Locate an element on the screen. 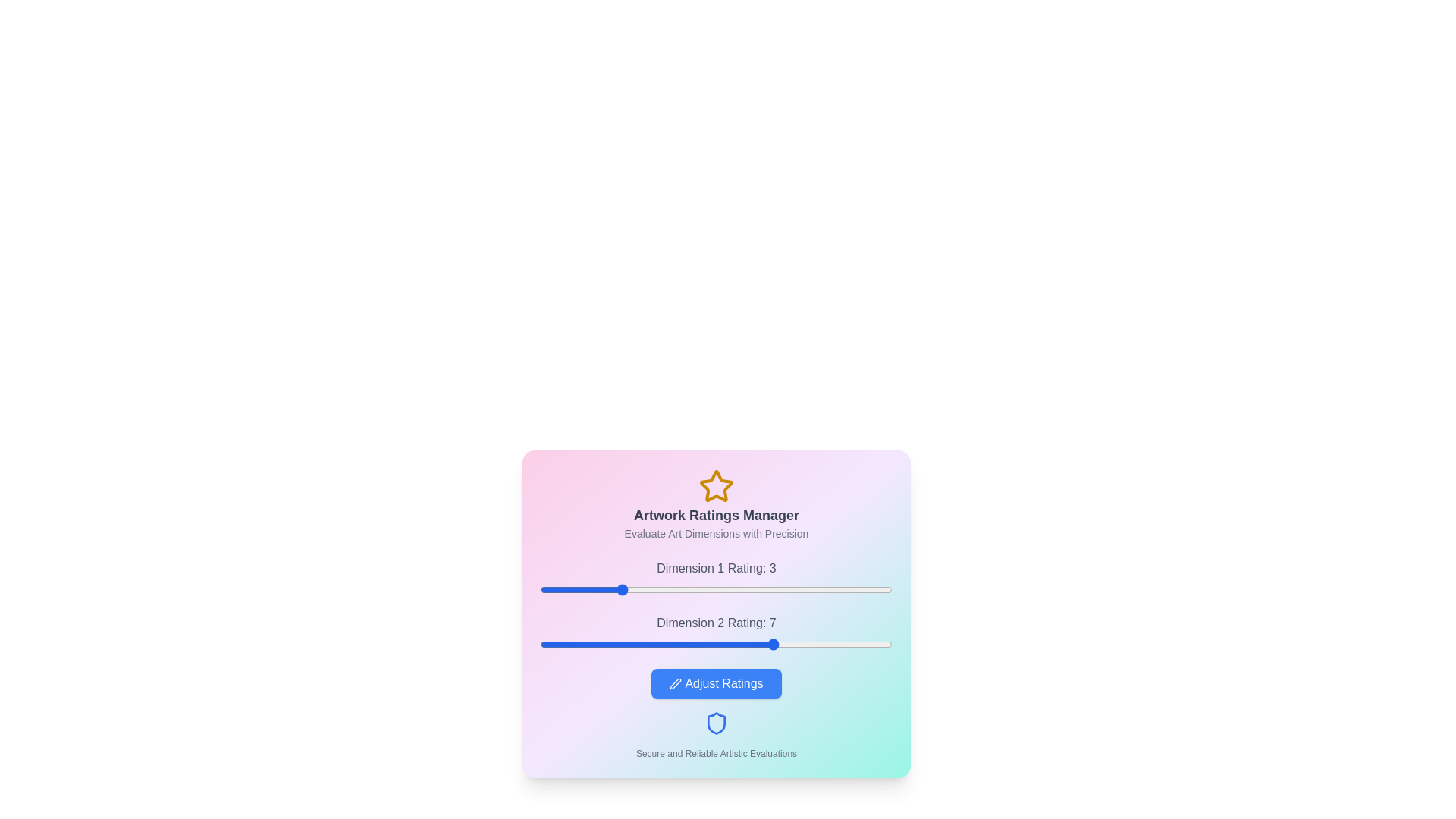 The width and height of the screenshot is (1456, 819). 'Adjust Ratings' button is located at coordinates (716, 684).